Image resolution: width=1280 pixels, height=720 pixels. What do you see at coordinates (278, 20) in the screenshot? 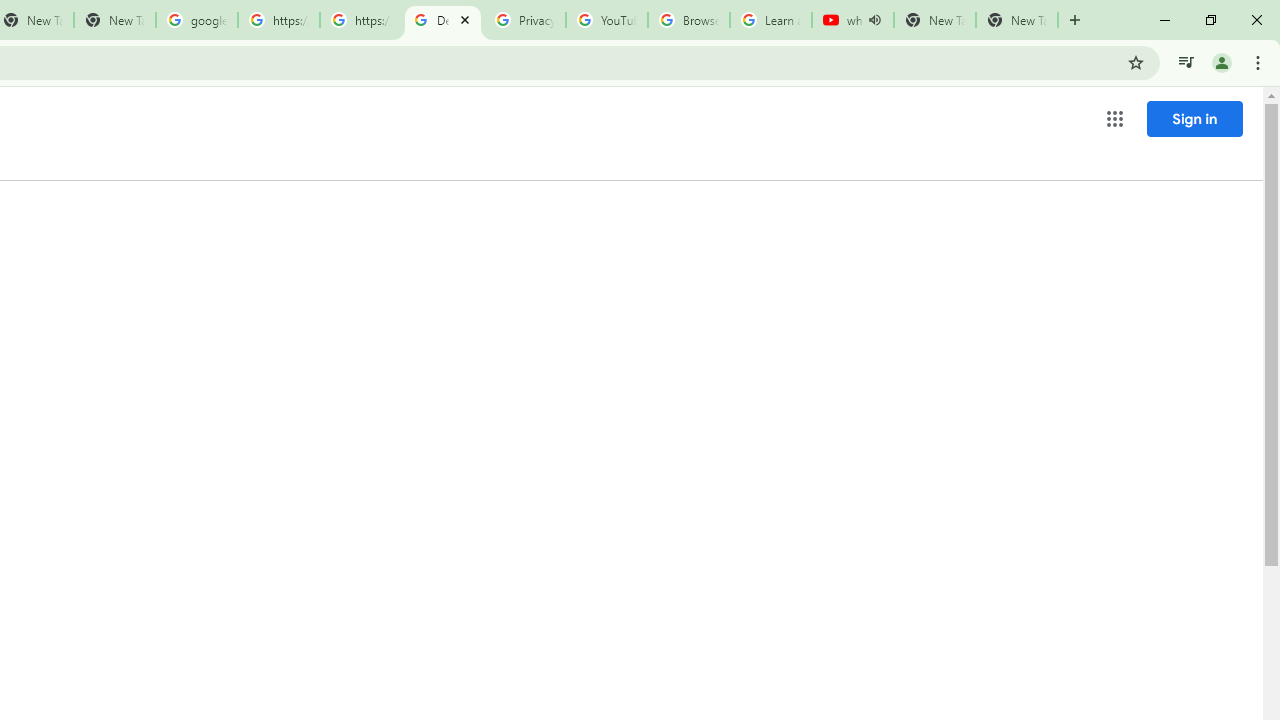
I see `'https://scholar.google.com/'` at bounding box center [278, 20].